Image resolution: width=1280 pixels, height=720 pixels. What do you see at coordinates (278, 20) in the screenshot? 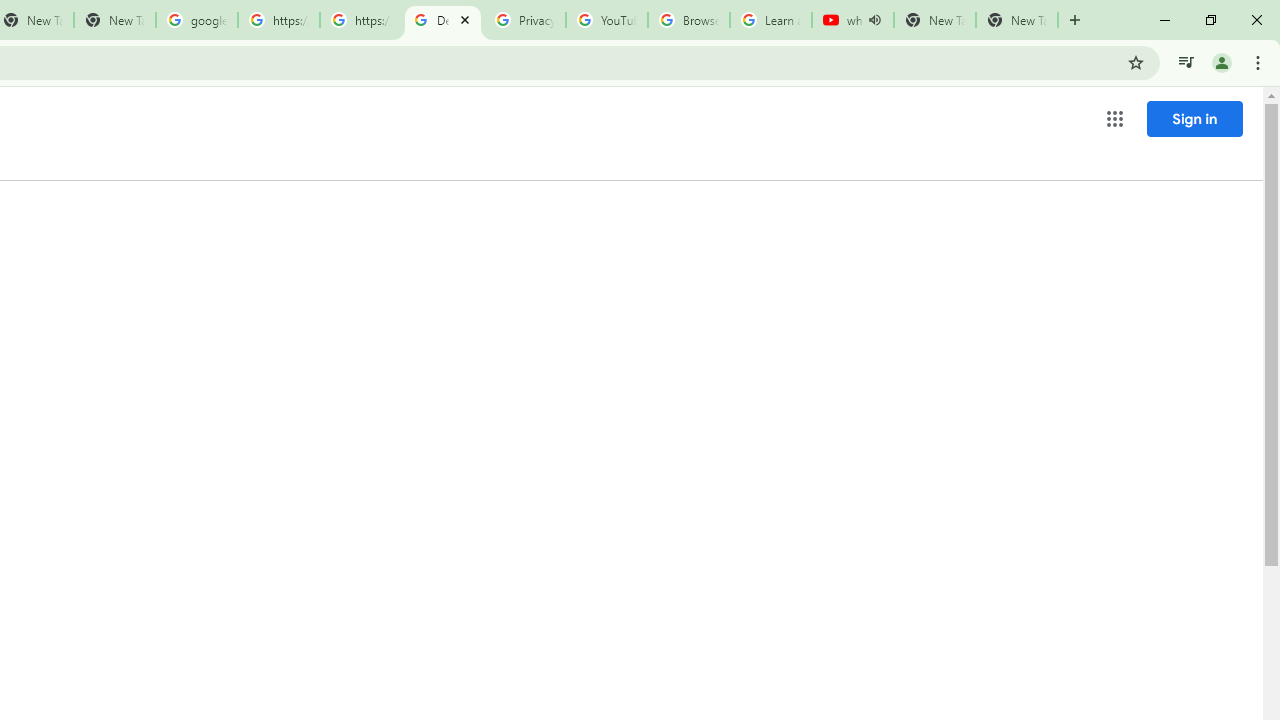
I see `'https://scholar.google.com/'` at bounding box center [278, 20].